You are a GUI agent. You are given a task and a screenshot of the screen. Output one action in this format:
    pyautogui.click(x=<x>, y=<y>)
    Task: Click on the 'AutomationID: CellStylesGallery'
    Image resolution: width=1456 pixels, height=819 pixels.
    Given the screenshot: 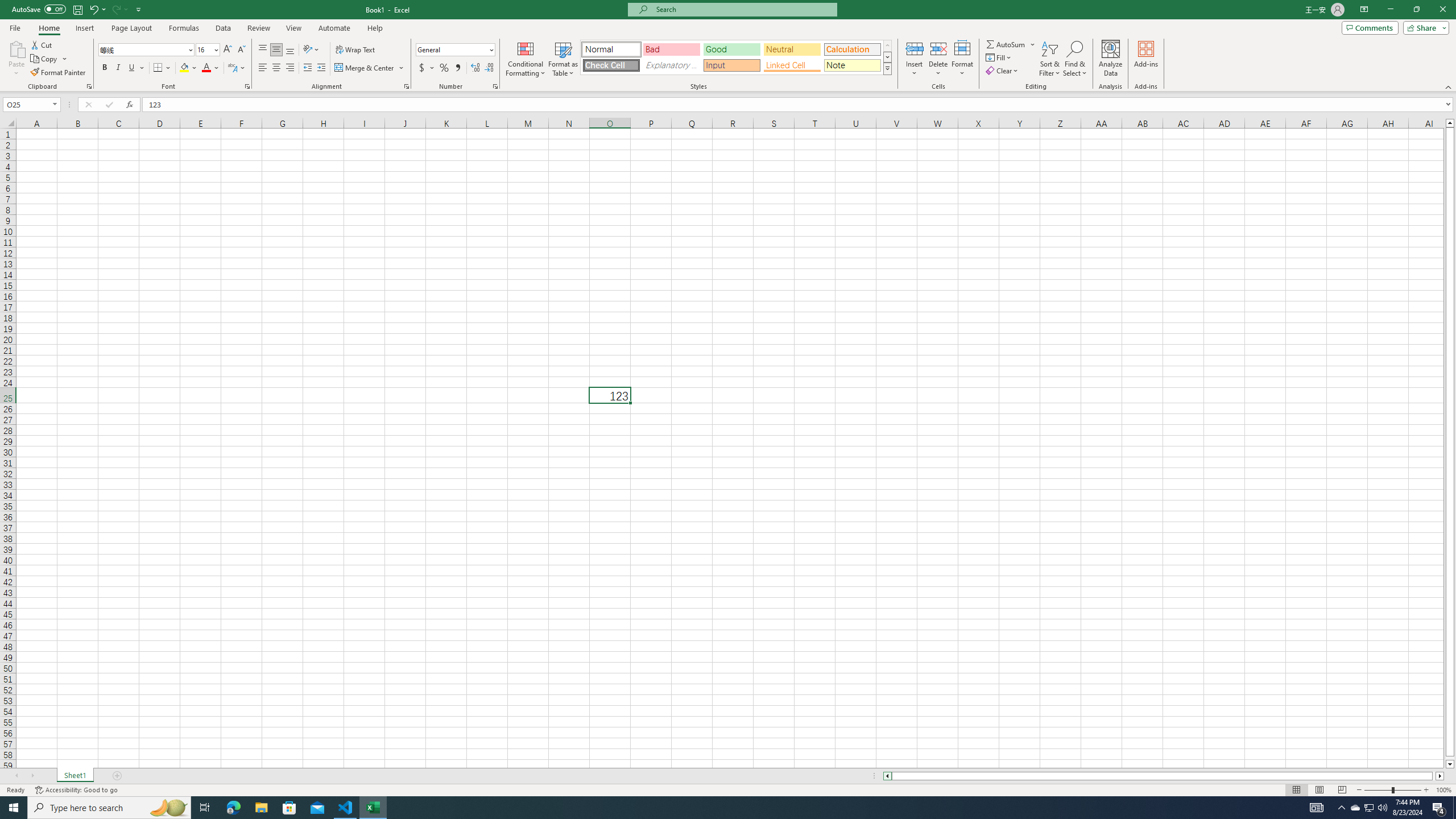 What is the action you would take?
    pyautogui.click(x=737, y=57)
    